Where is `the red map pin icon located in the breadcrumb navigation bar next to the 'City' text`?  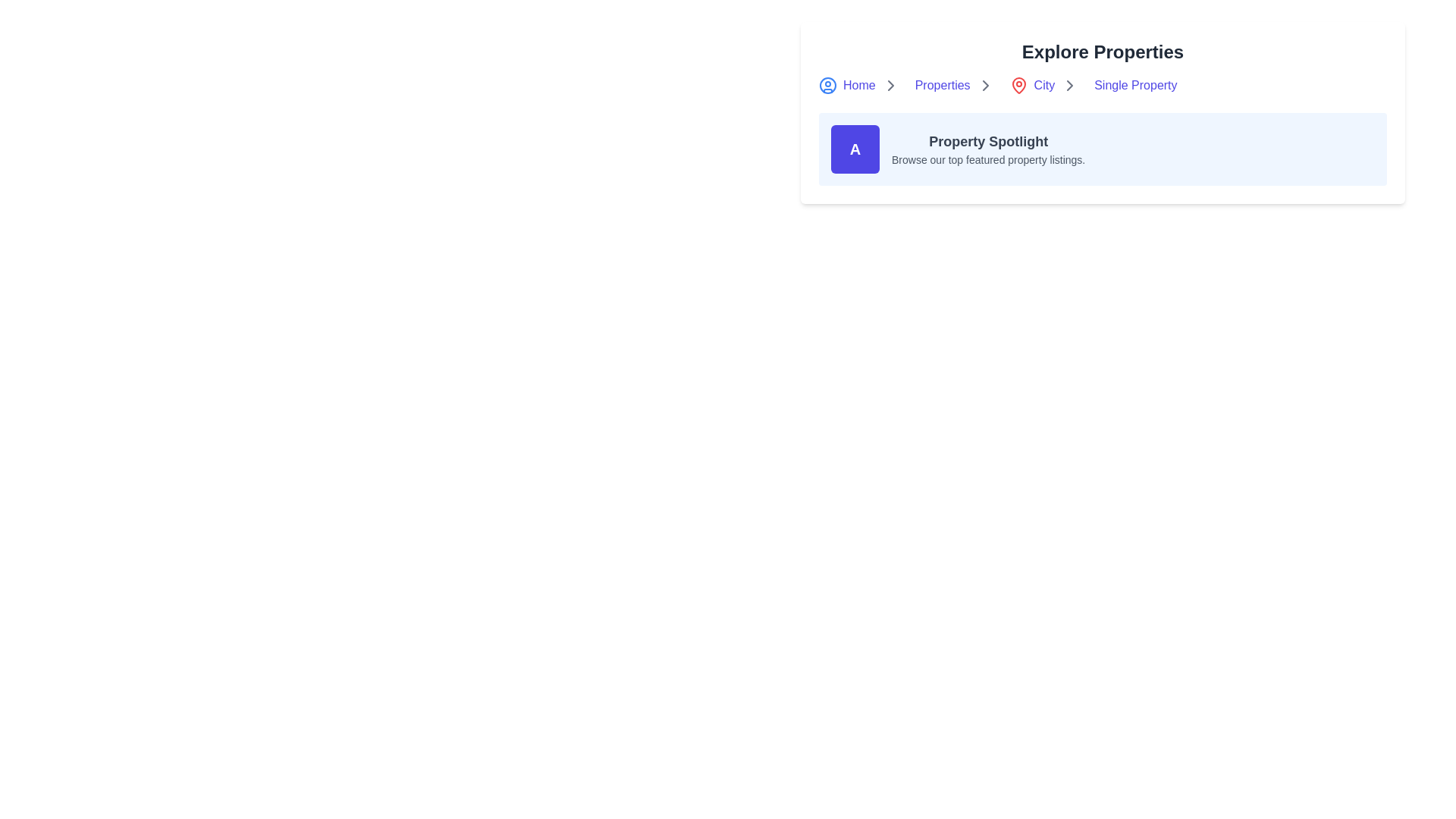 the red map pin icon located in the breadcrumb navigation bar next to the 'City' text is located at coordinates (1018, 85).